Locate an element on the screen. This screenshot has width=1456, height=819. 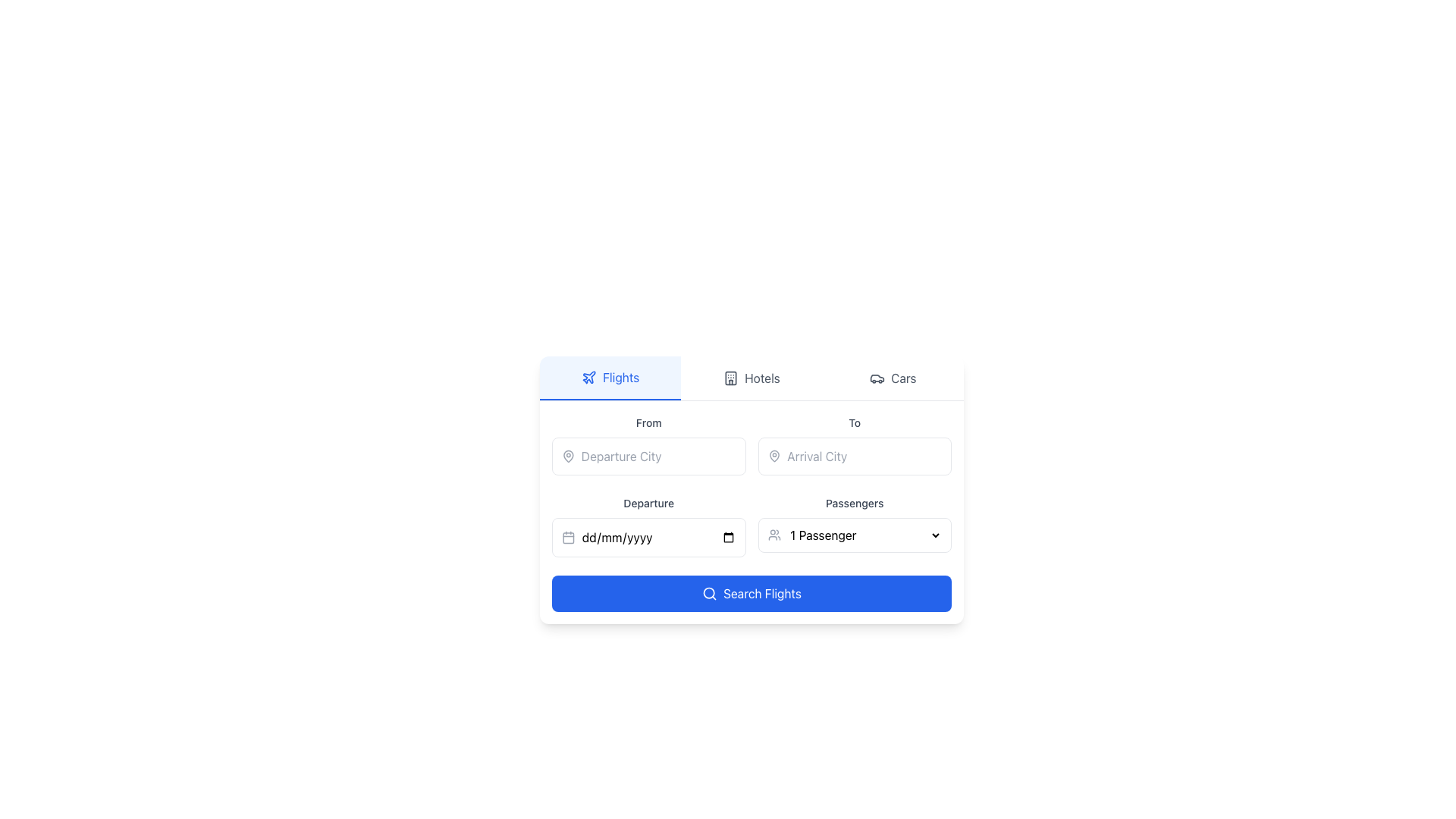
the departure city input field located is located at coordinates (648, 444).